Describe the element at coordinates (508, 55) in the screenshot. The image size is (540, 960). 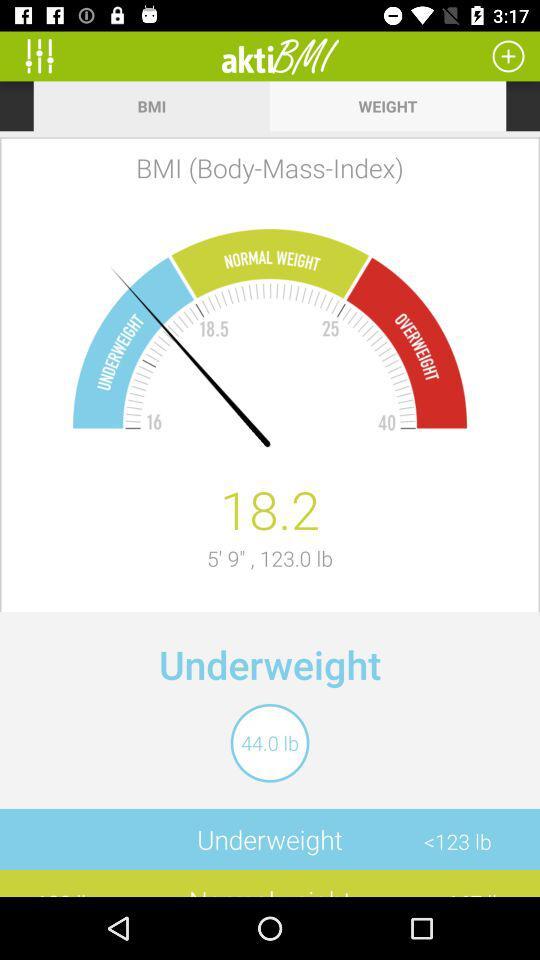
I see `input` at that location.